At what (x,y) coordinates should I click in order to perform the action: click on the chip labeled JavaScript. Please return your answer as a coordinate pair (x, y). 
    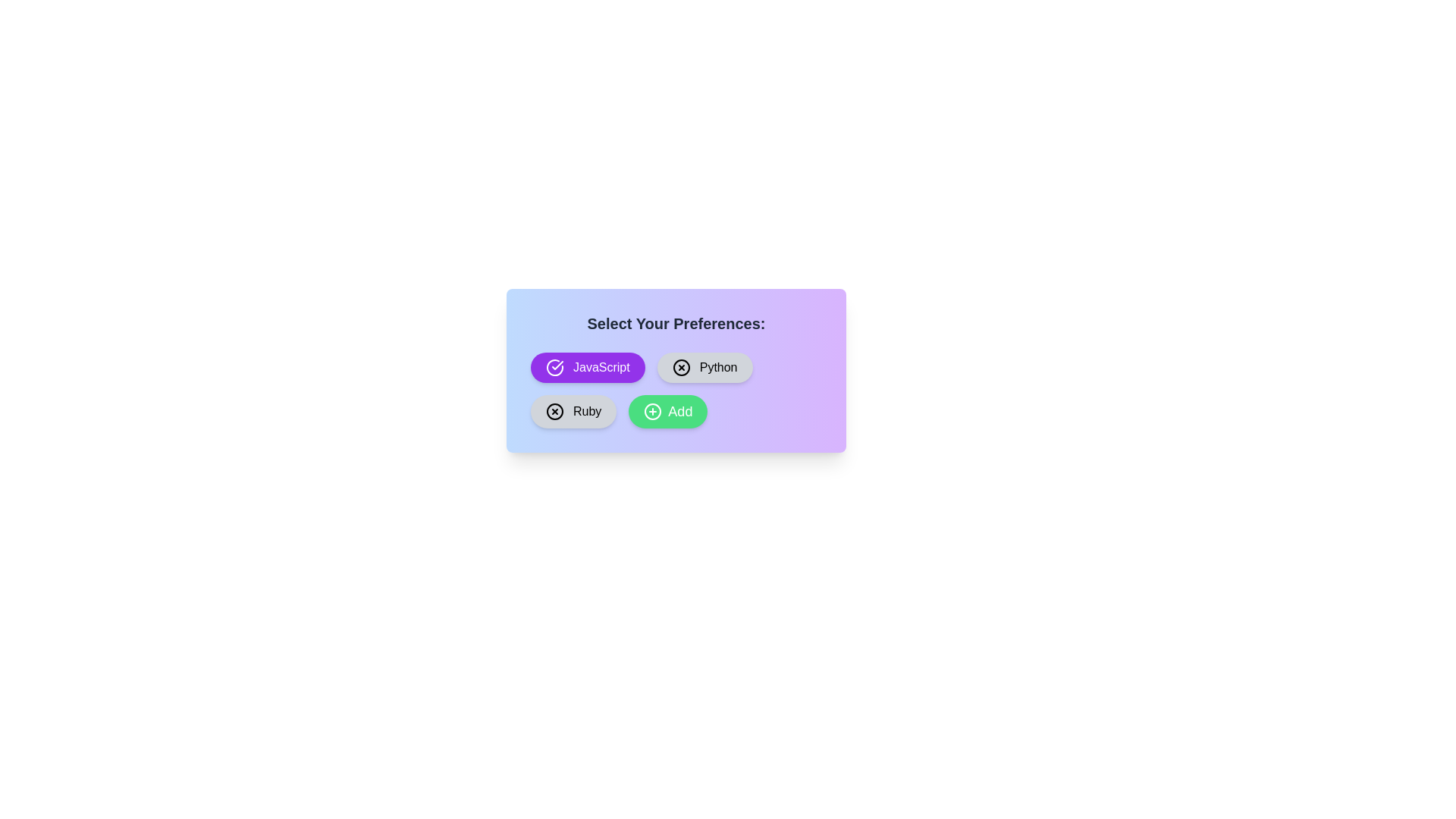
    Looking at the image, I should click on (586, 368).